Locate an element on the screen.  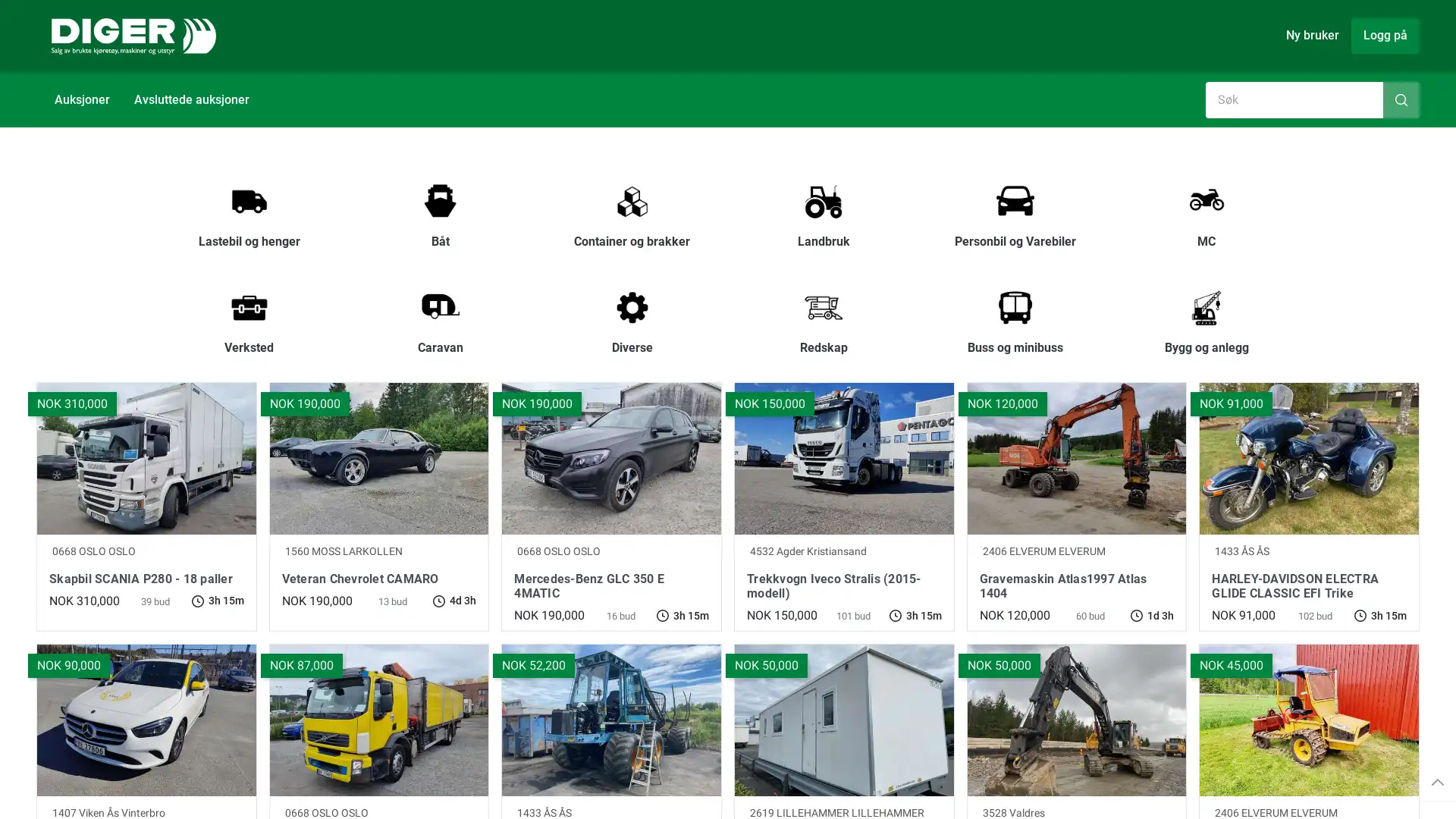
Ny bruker is located at coordinates (1312, 34).